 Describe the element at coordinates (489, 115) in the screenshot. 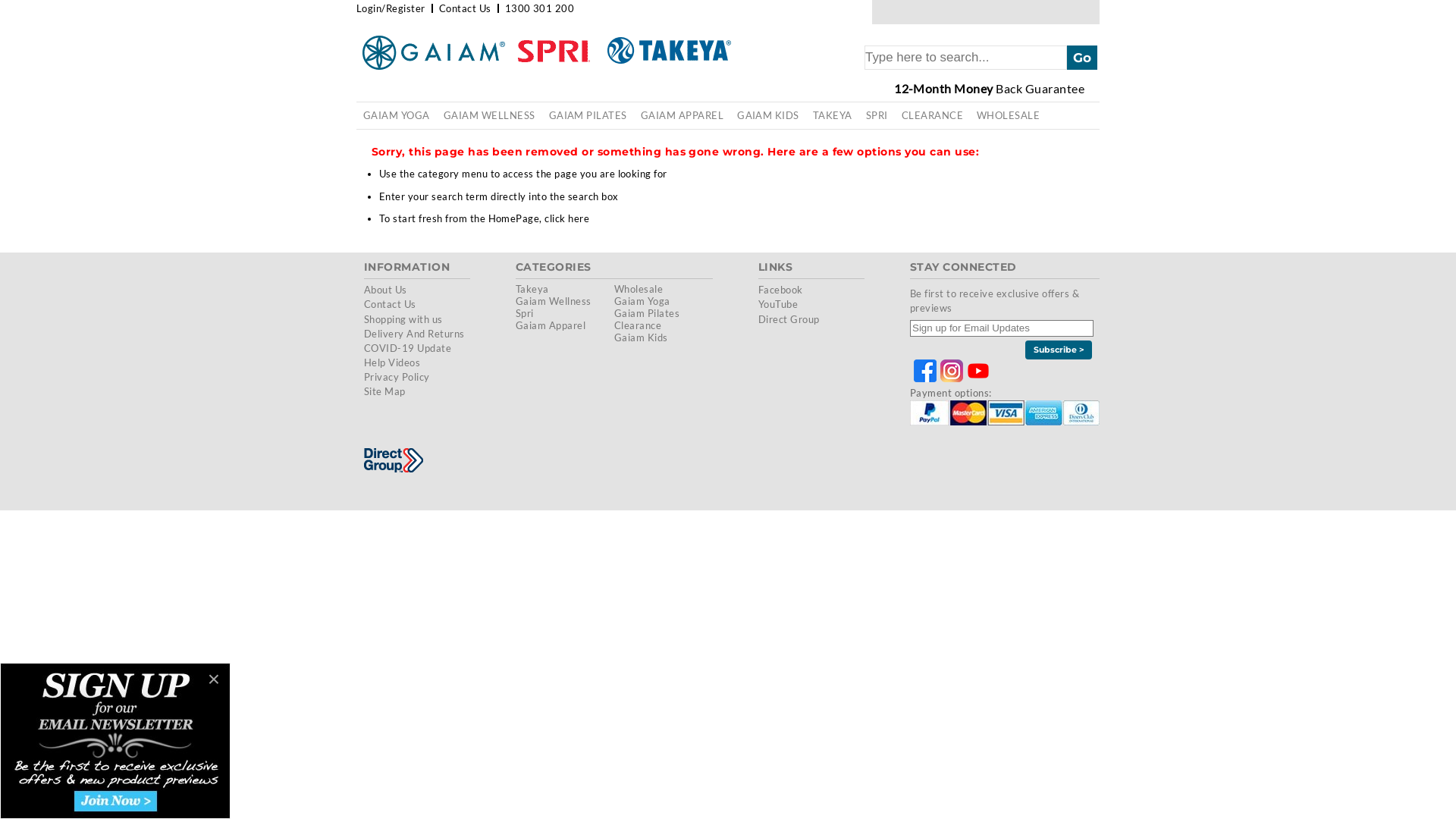

I see `'GAIAM WELLNESS'` at that location.